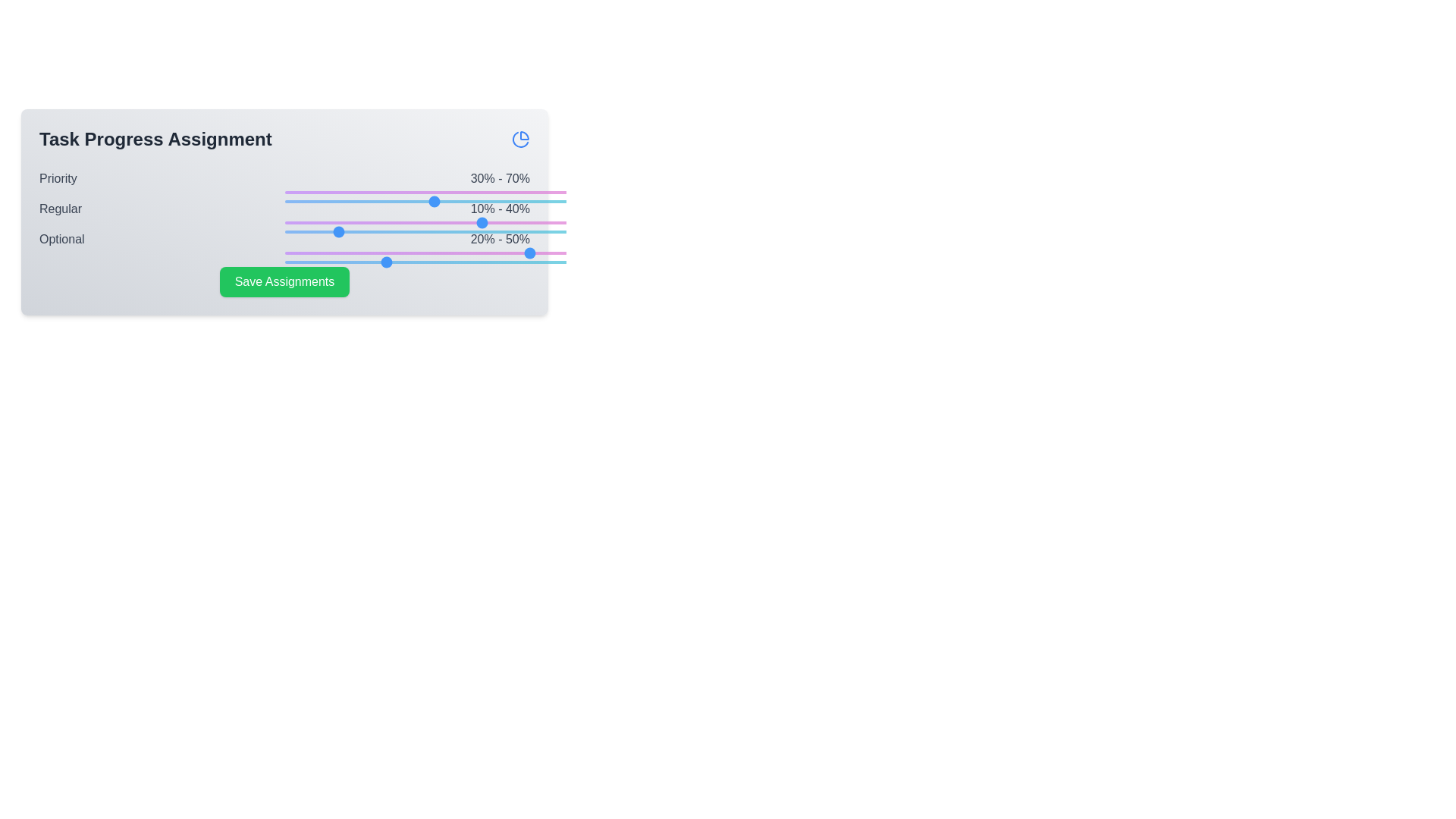  Describe the element at coordinates (284, 281) in the screenshot. I see `the 'Save Assignments' button` at that location.